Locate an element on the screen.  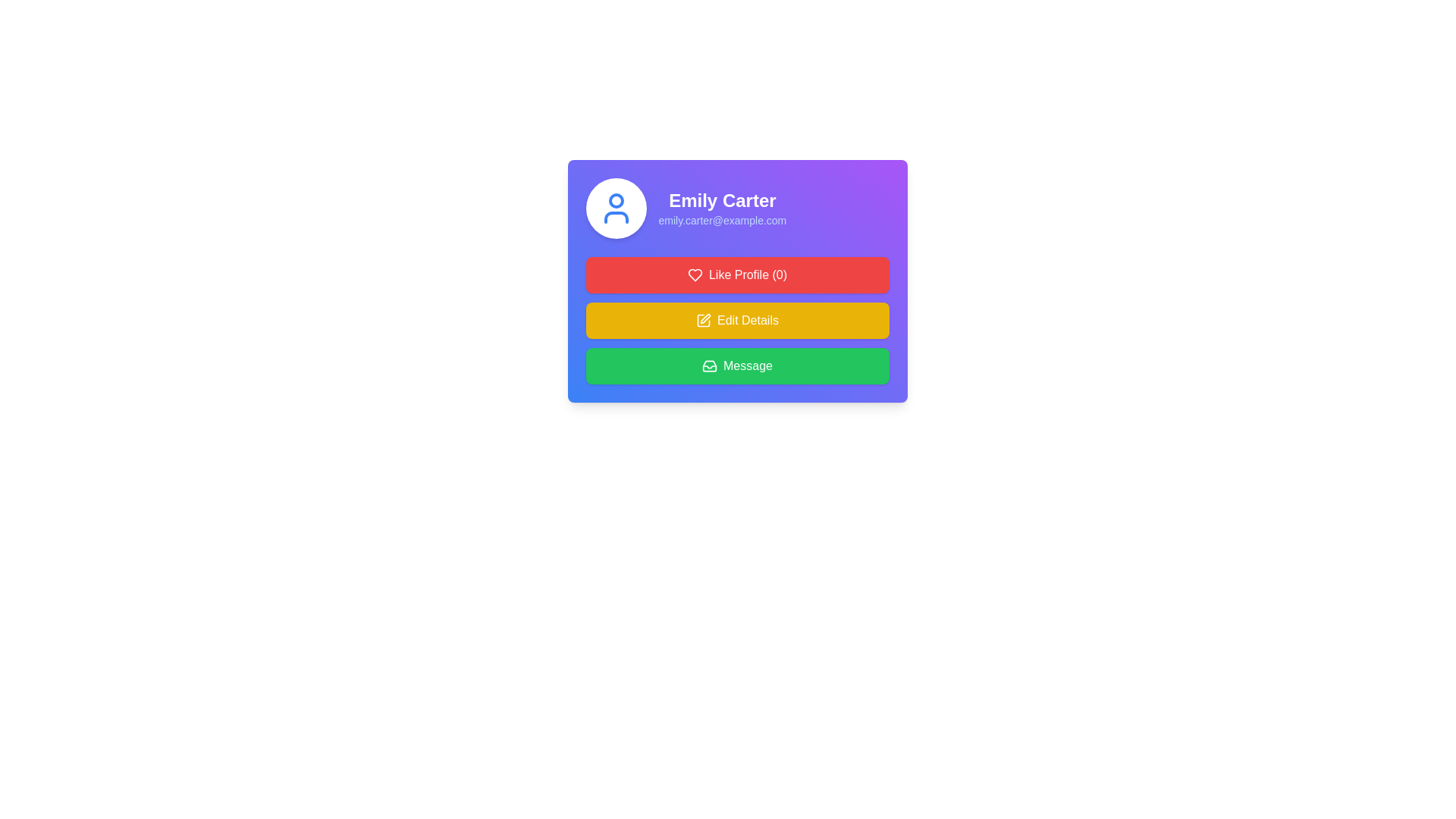
the decorative Vector Icon that visually represents the editable area in the interface, located between the 'Message' button and the 'Like Profile (0)' button is located at coordinates (702, 320).